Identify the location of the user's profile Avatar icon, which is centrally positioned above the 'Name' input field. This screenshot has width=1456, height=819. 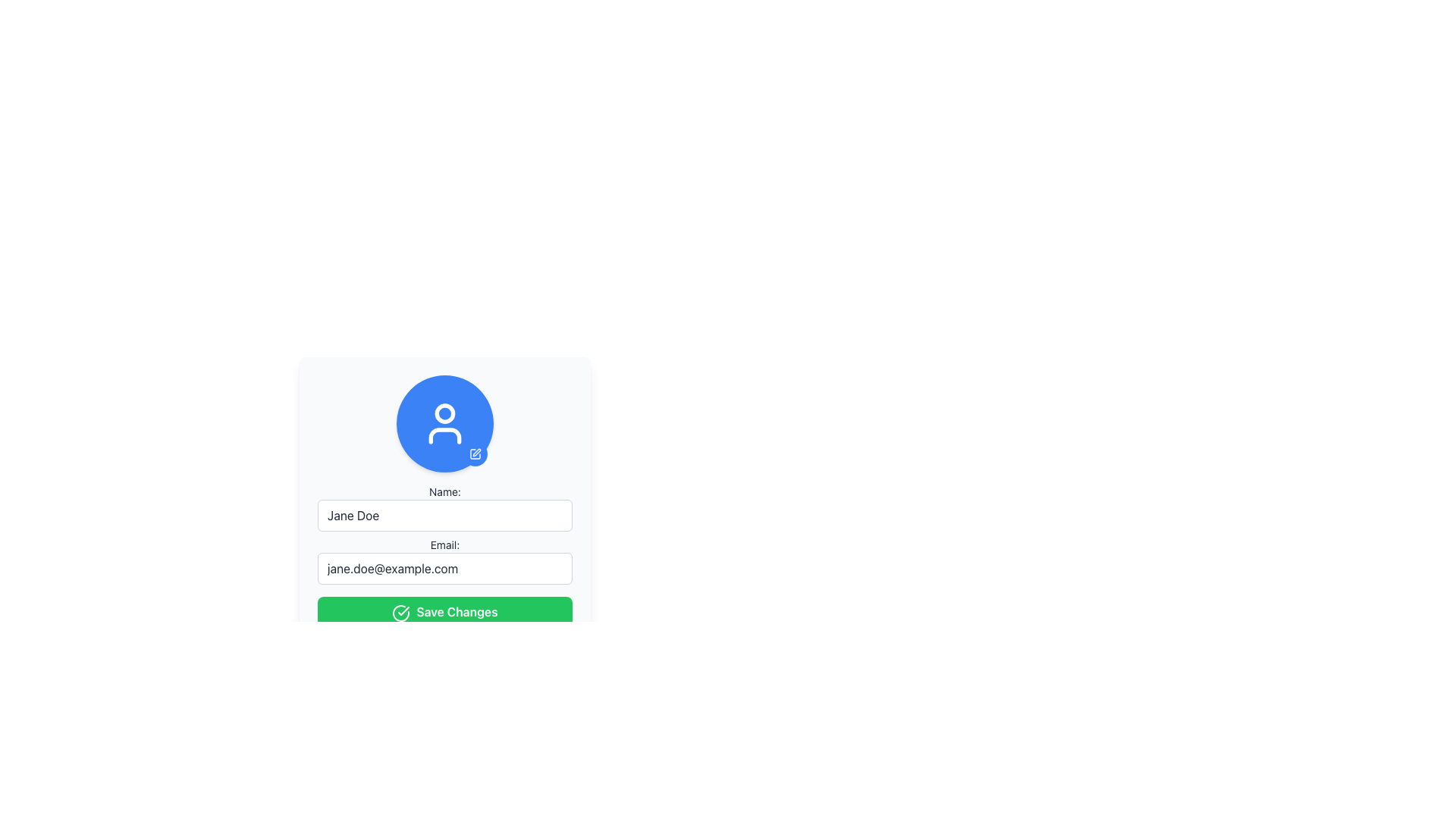
(444, 424).